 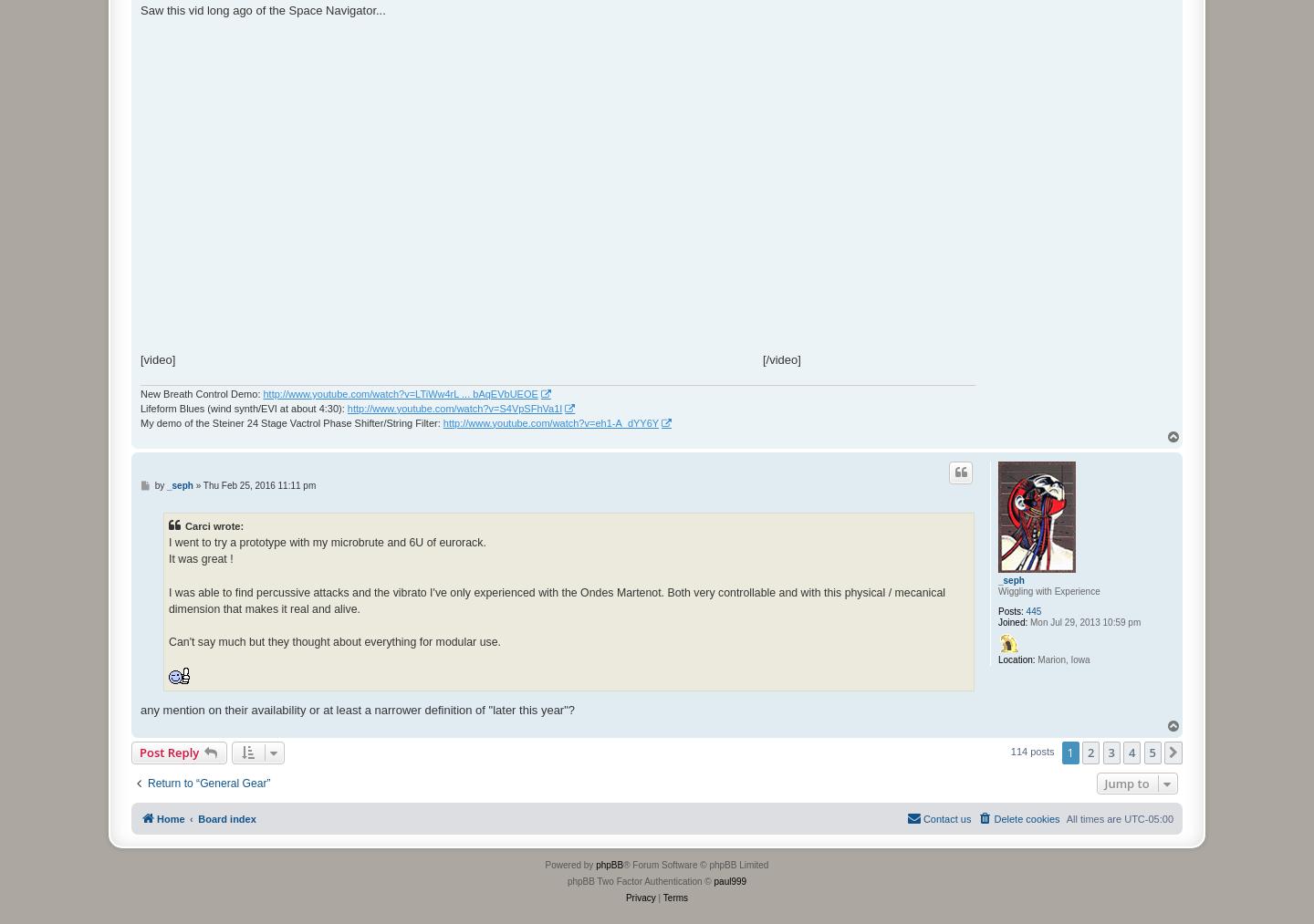 I want to click on '3', so click(x=1107, y=751).